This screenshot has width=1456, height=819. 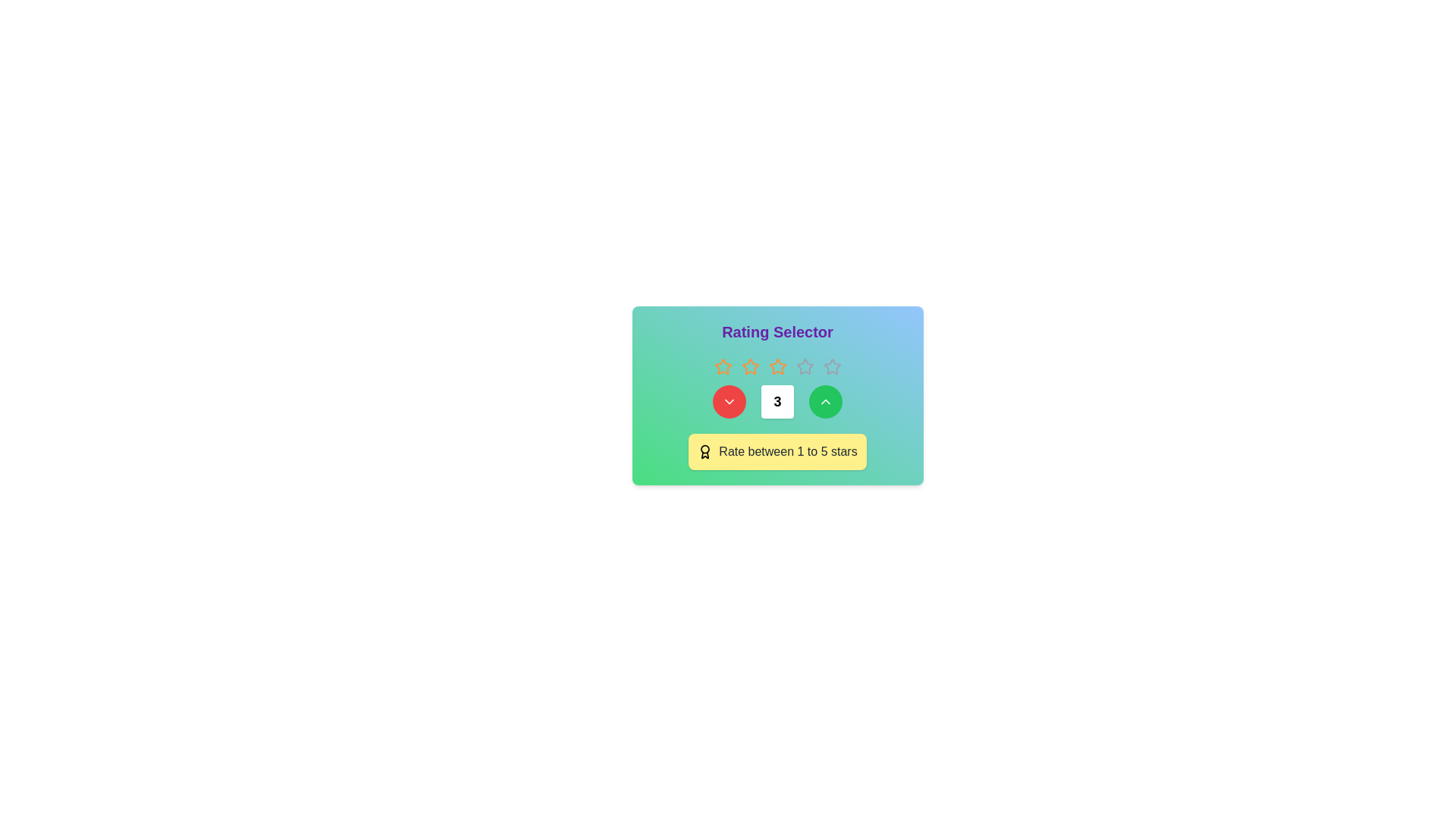 I want to click on the last star icon in the rating system, so click(x=831, y=366).